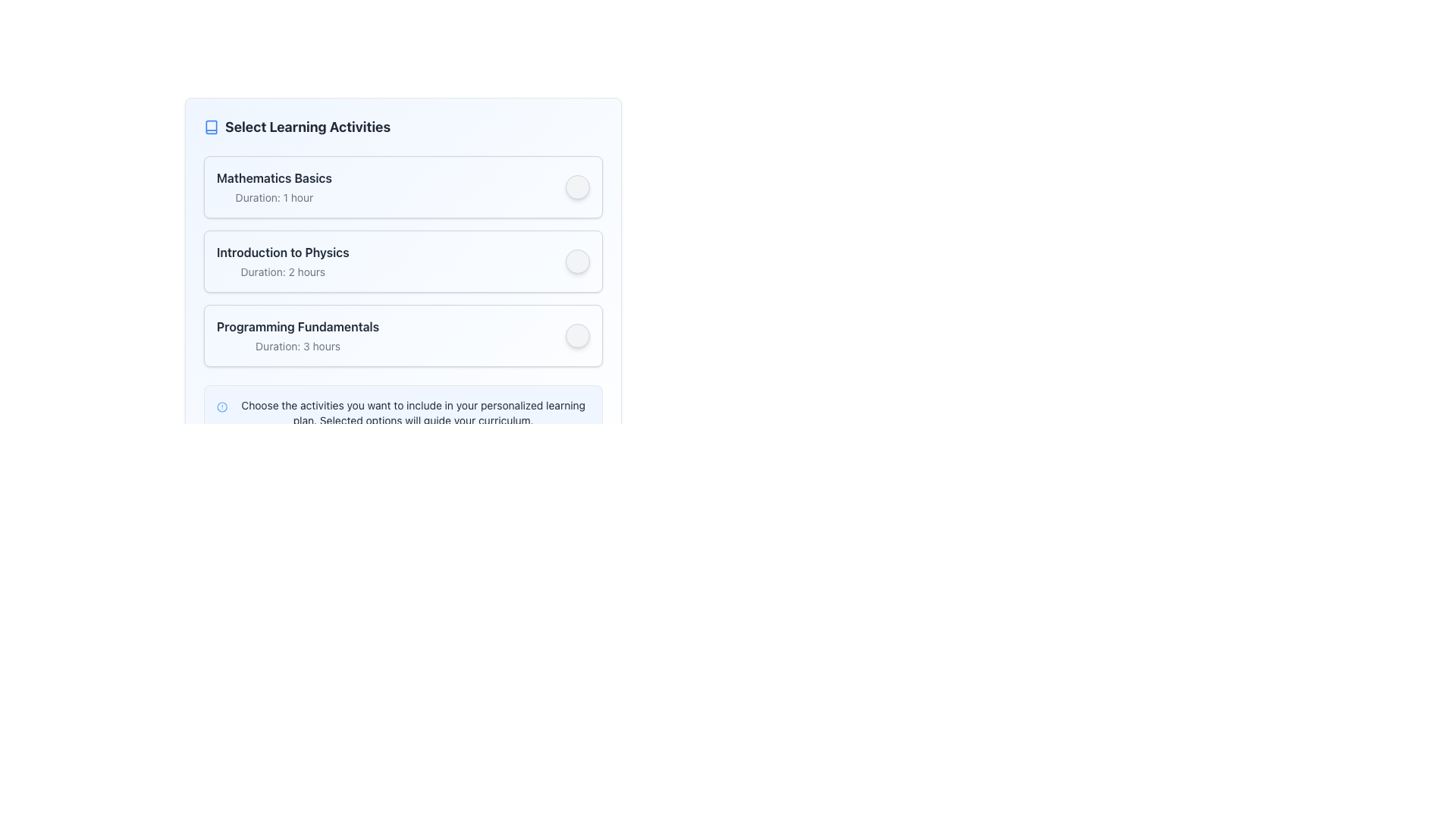  Describe the element at coordinates (221, 406) in the screenshot. I see `the SVG-based informational or alert icon positioned to the left of the text block that reads 'Choose the activities you want to include in your personalized learning plan.'` at that location.